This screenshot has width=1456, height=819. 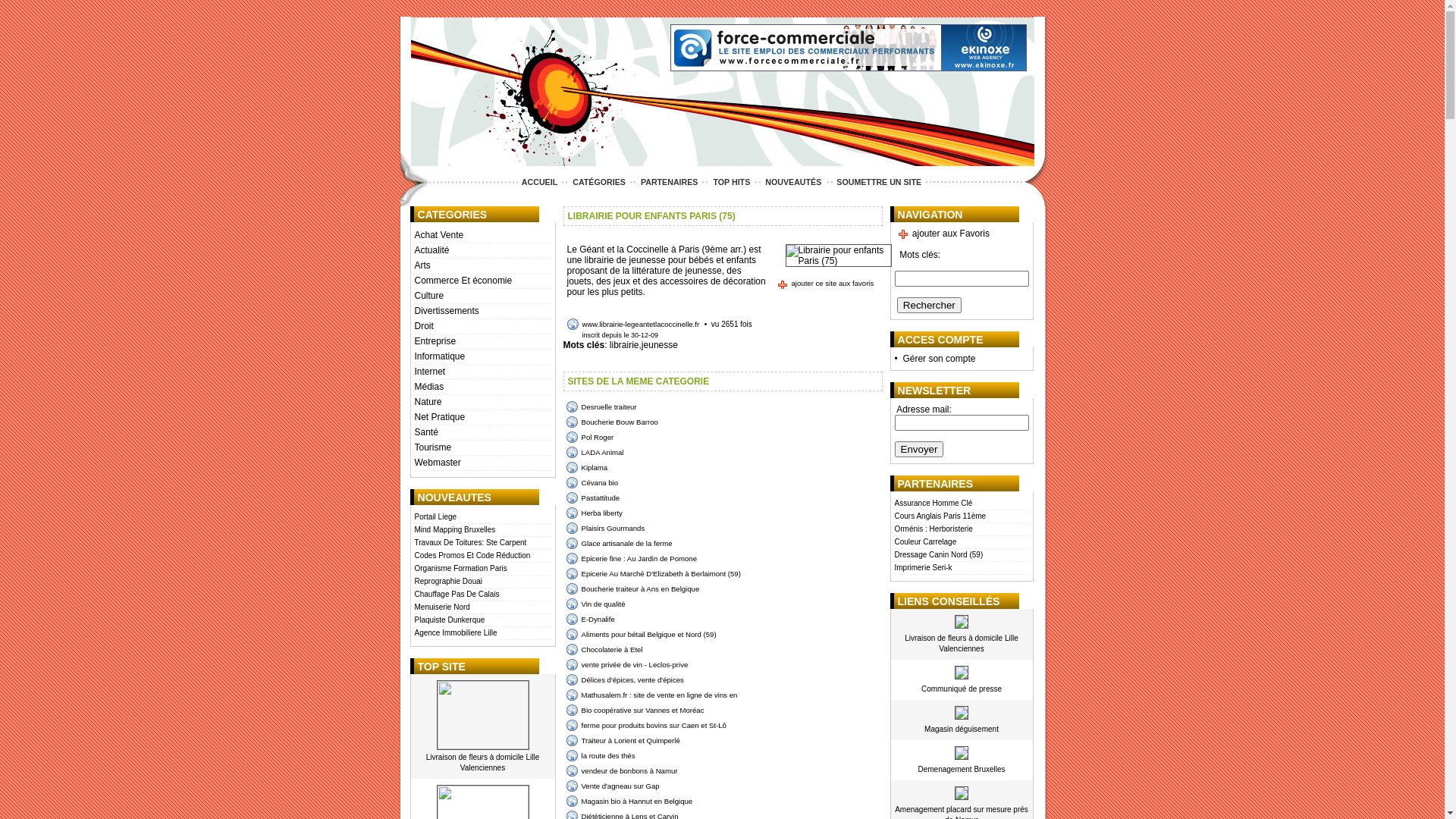 I want to click on 'Droit', so click(x=481, y=326).